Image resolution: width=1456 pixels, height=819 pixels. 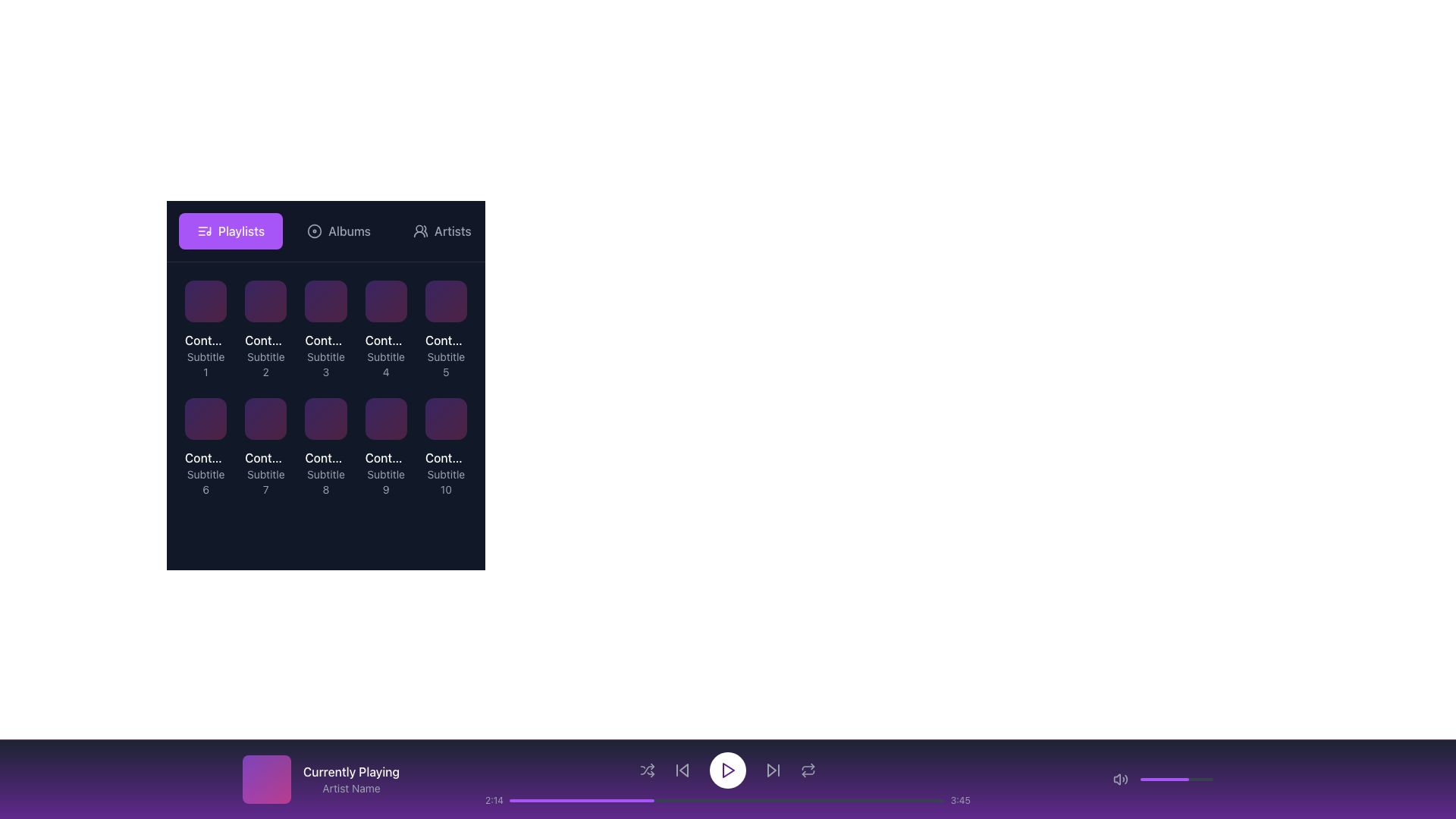 What do you see at coordinates (1126, 780) in the screenshot?
I see `third curve of the sound wave icon in the bottom audio control bar using developer tools` at bounding box center [1126, 780].